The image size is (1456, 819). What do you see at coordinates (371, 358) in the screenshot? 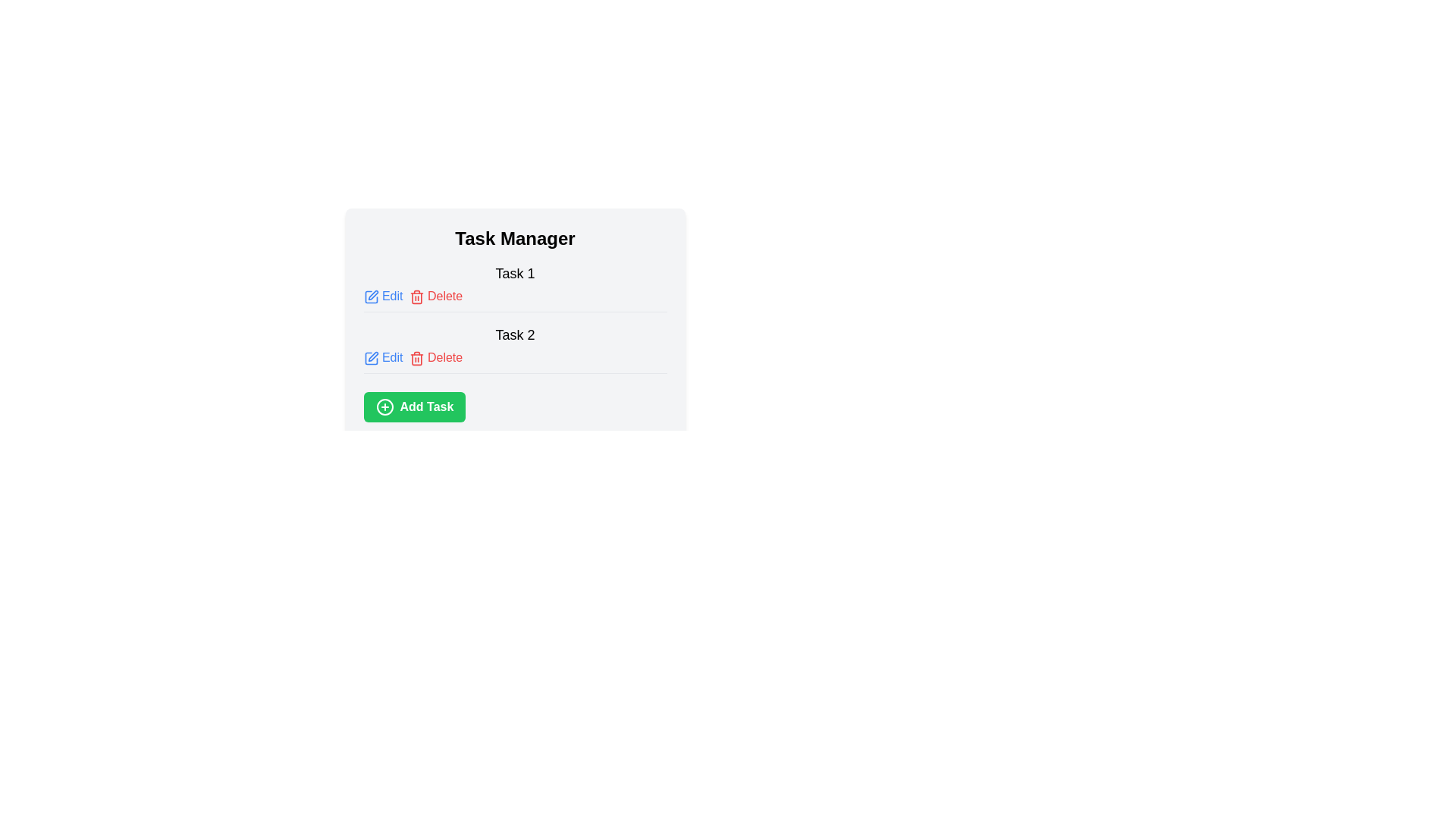
I see `the small blue pen icon for editing, located to the left of the 'Delete' button for 'Task 2' in the task manager interface` at bounding box center [371, 358].